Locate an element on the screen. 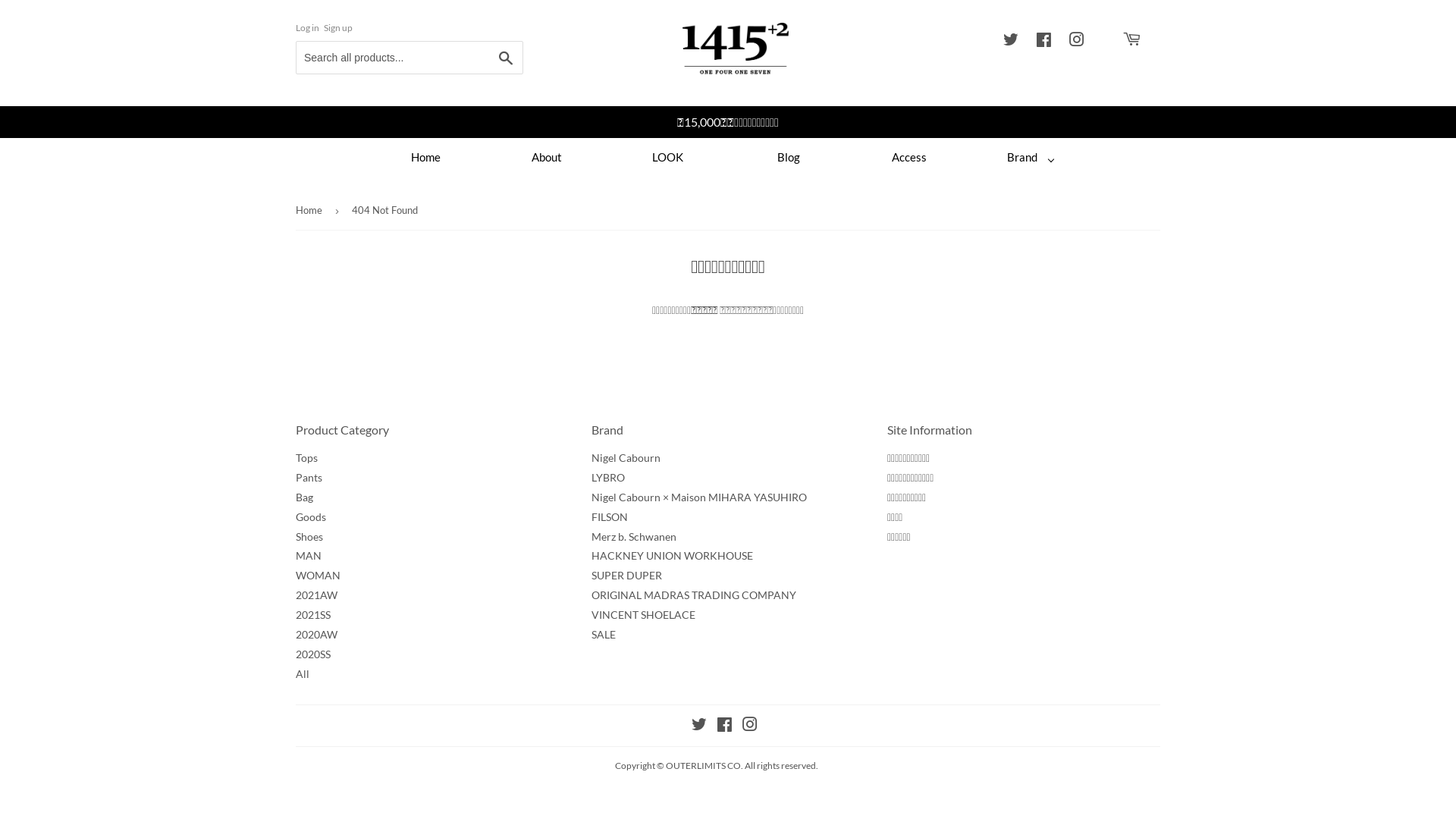  'SALE' is located at coordinates (603, 634).